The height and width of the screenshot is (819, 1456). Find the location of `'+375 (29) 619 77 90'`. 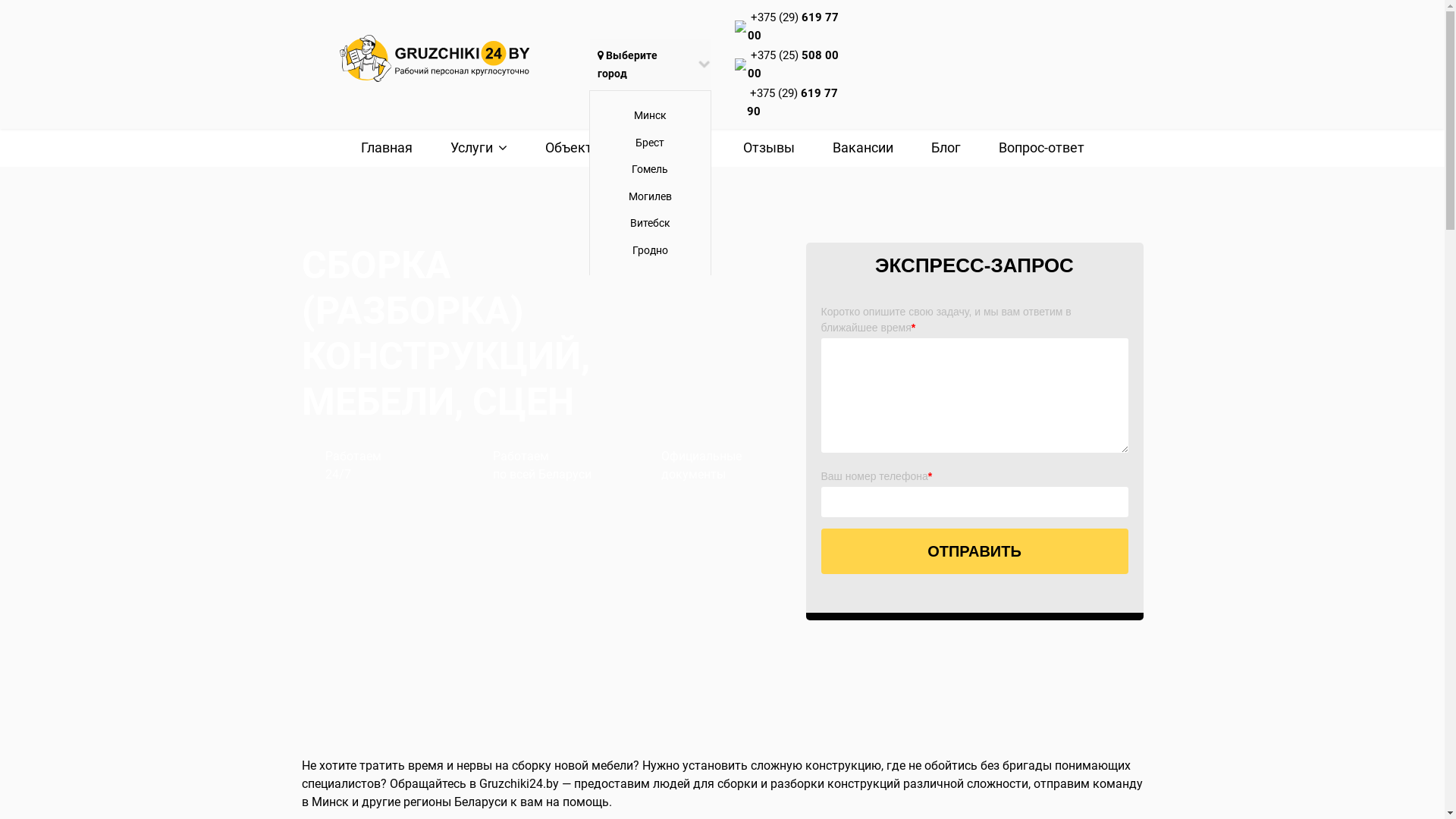

'+375 (29) 619 77 90' is located at coordinates (792, 102).